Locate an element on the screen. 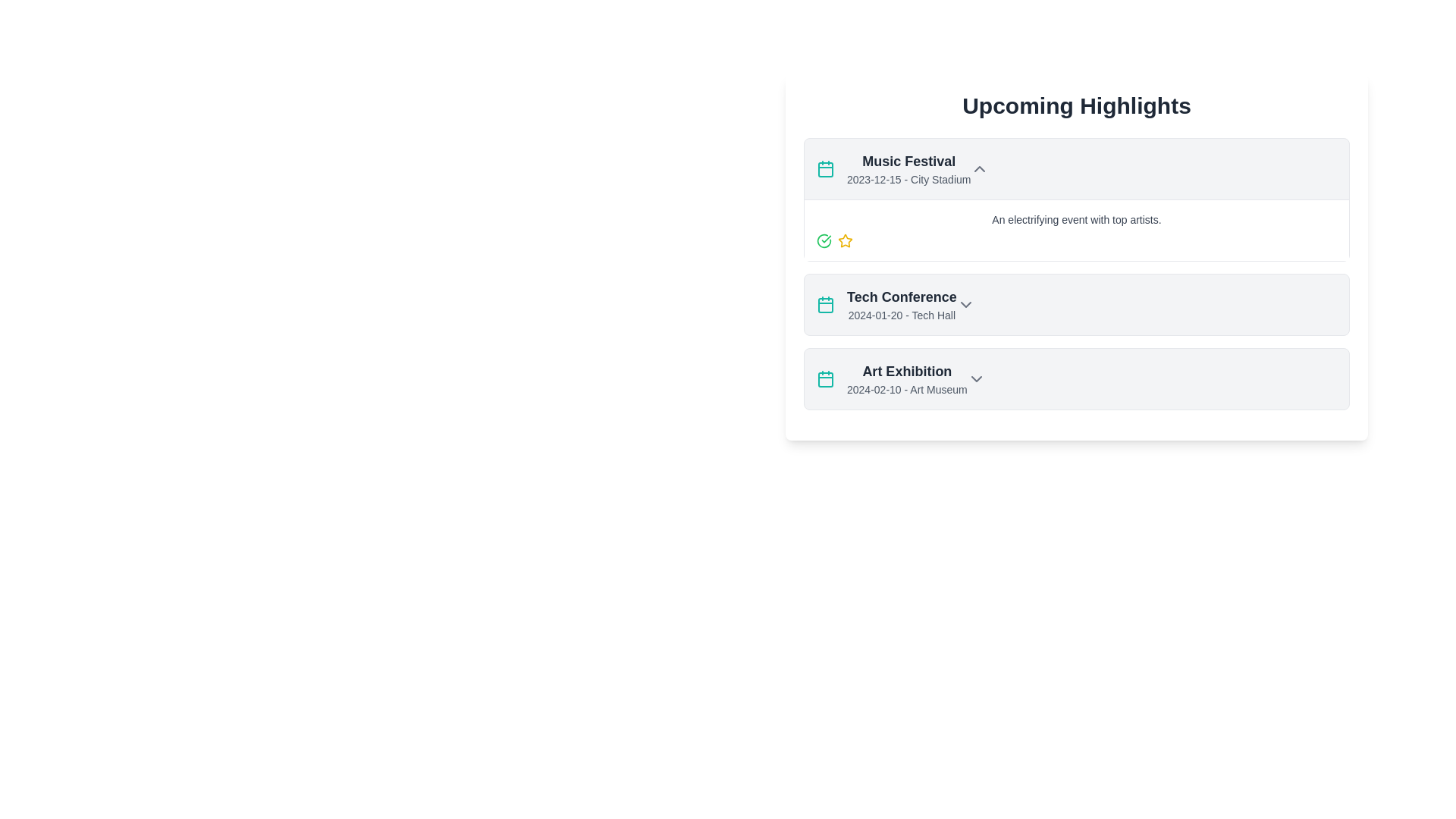 Image resolution: width=1456 pixels, height=819 pixels. the yellow star icon with an outlined shape and a hollow center, located to the left of the 'Music Festival' event description in the 'Upcoming Highlights' section is located at coordinates (844, 240).